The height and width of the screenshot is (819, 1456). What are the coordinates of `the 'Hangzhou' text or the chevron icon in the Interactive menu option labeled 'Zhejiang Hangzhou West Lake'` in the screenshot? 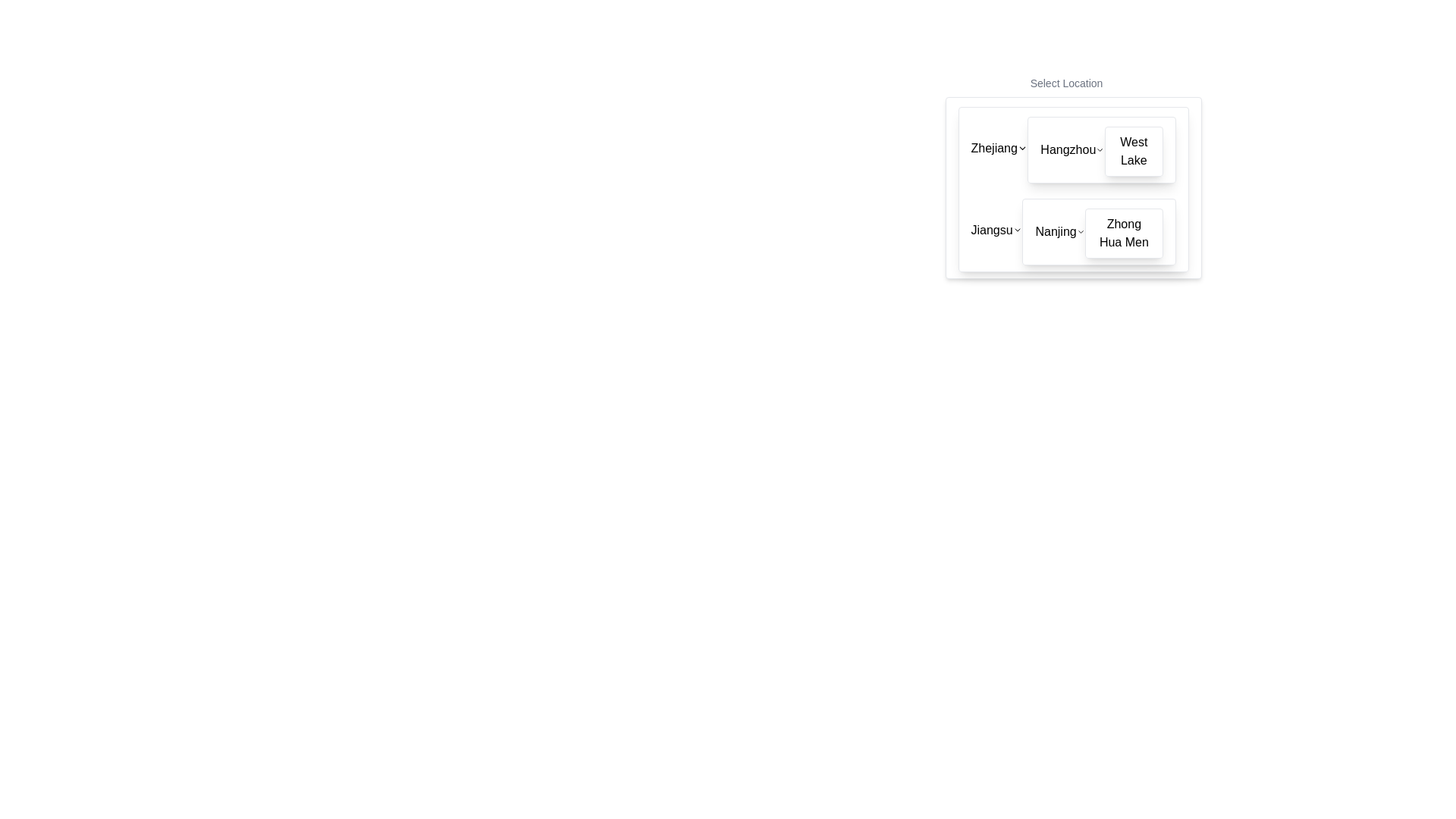 It's located at (1072, 149).